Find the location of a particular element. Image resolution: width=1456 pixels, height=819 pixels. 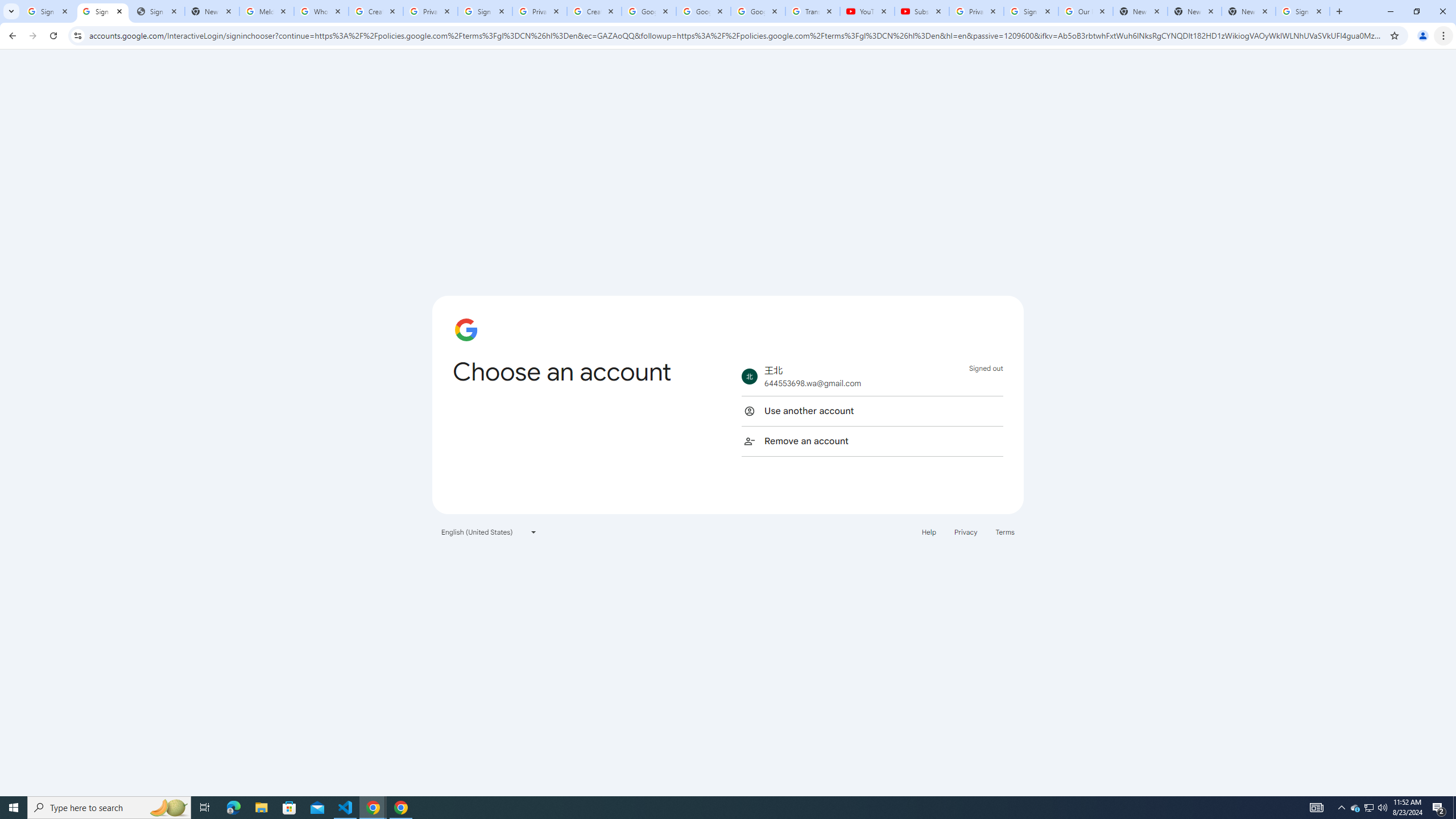

'YouTube' is located at coordinates (867, 11).